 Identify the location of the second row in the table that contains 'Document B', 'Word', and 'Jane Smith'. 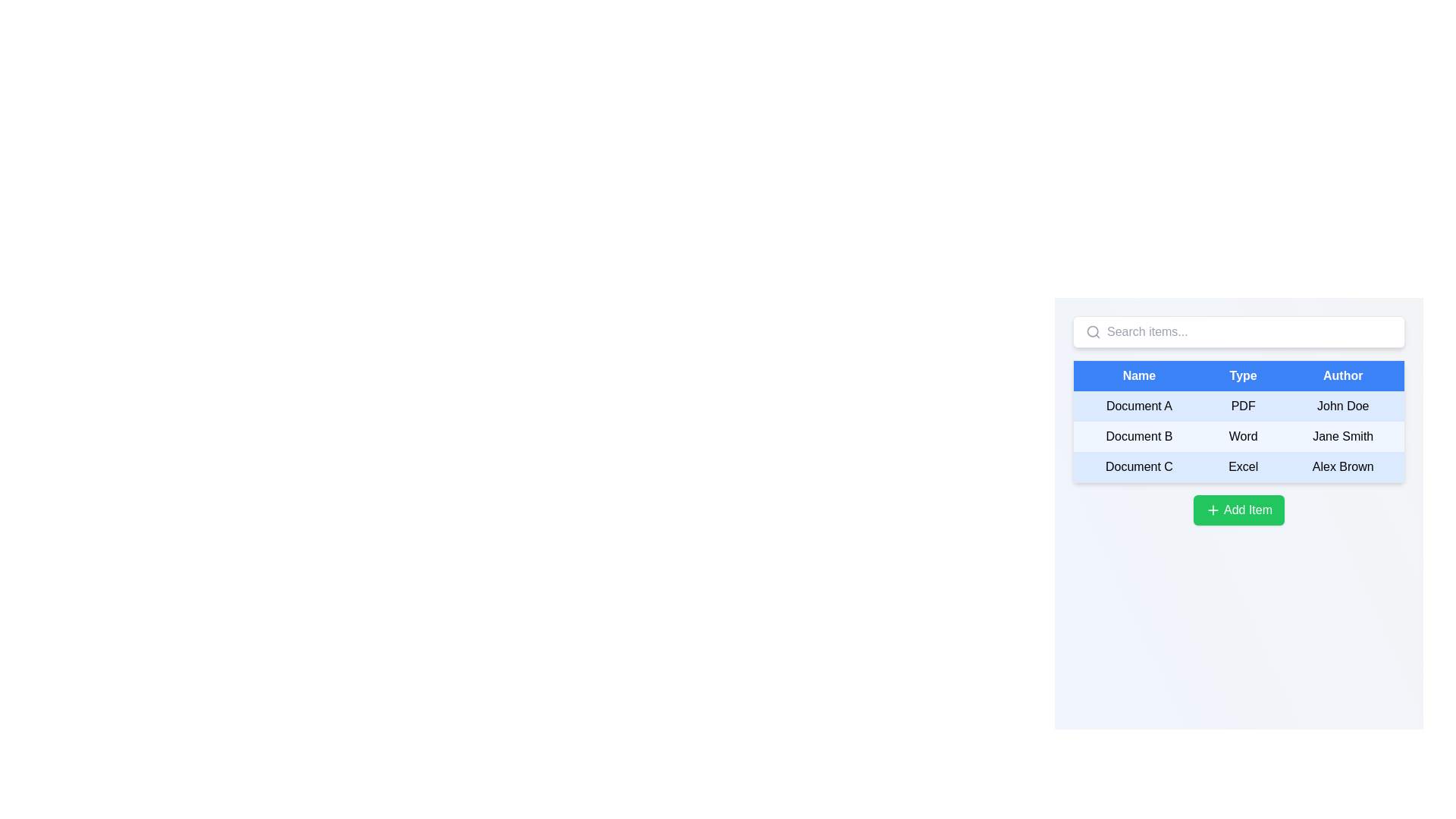
(1238, 436).